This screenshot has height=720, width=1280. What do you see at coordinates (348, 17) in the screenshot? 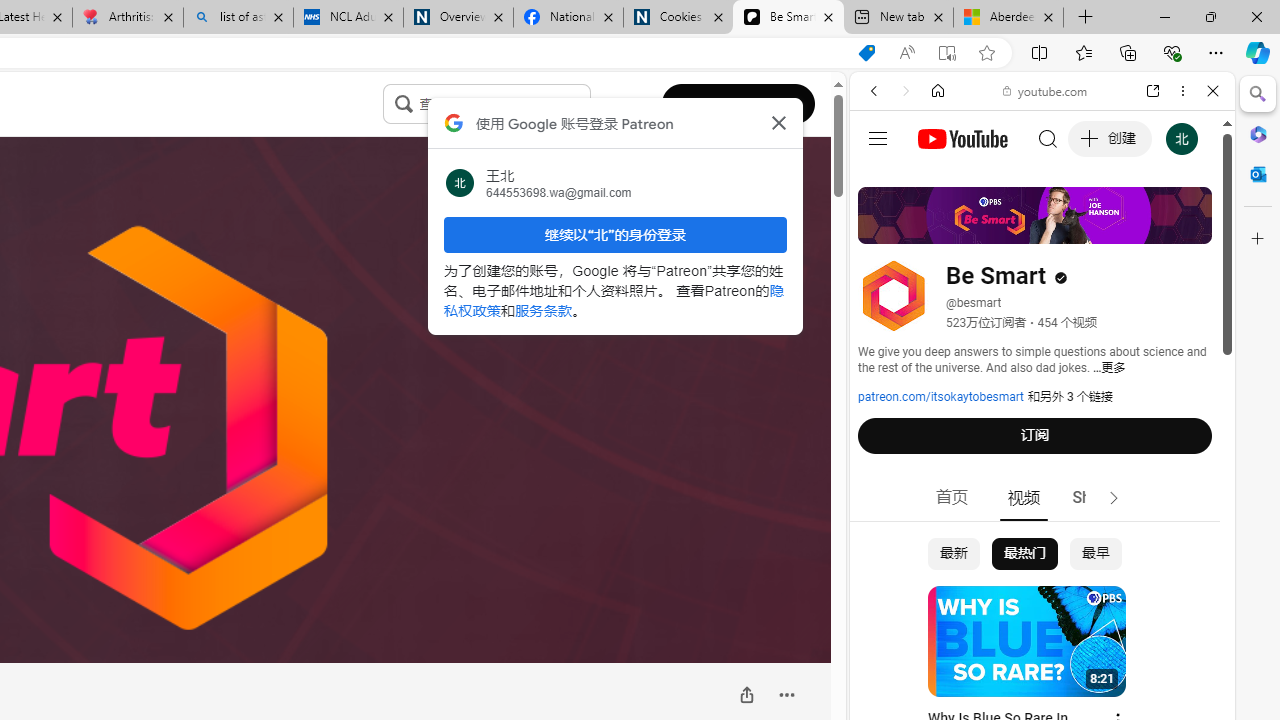
I see `'NCL Adult Asthma Inhaler Choice Guideline'` at bounding box center [348, 17].